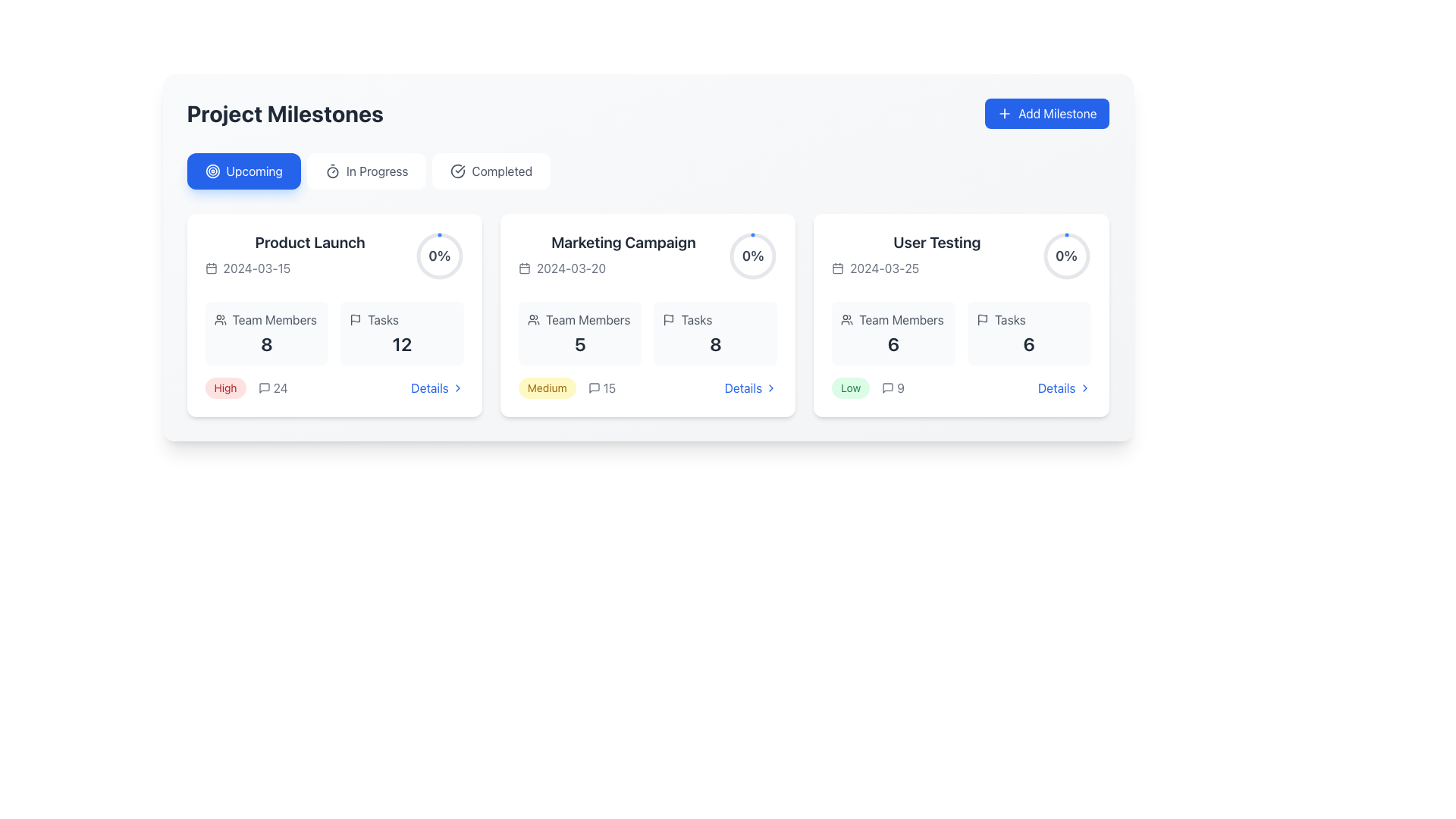  I want to click on the blue hyperlink labeled 'Details' with an accompanying right-facing chevron icon, so click(1063, 388).